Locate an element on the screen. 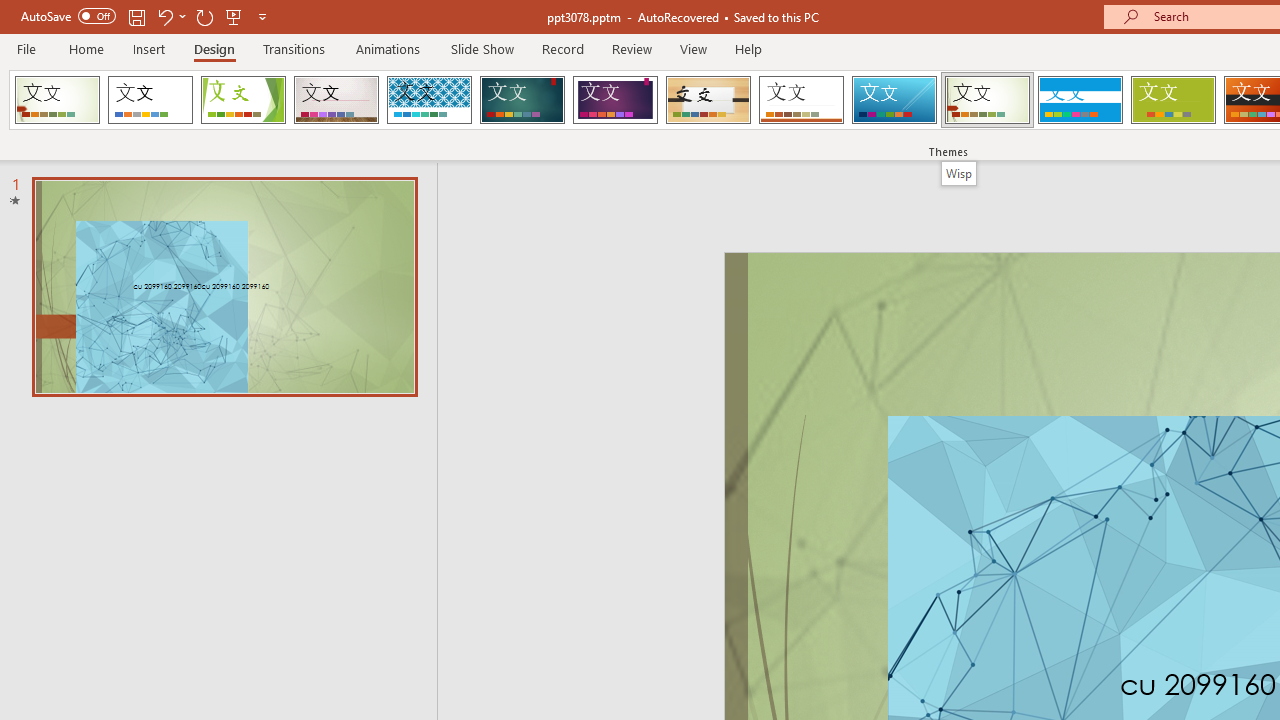 The height and width of the screenshot is (720, 1280). 'Save' is located at coordinates (135, 16).